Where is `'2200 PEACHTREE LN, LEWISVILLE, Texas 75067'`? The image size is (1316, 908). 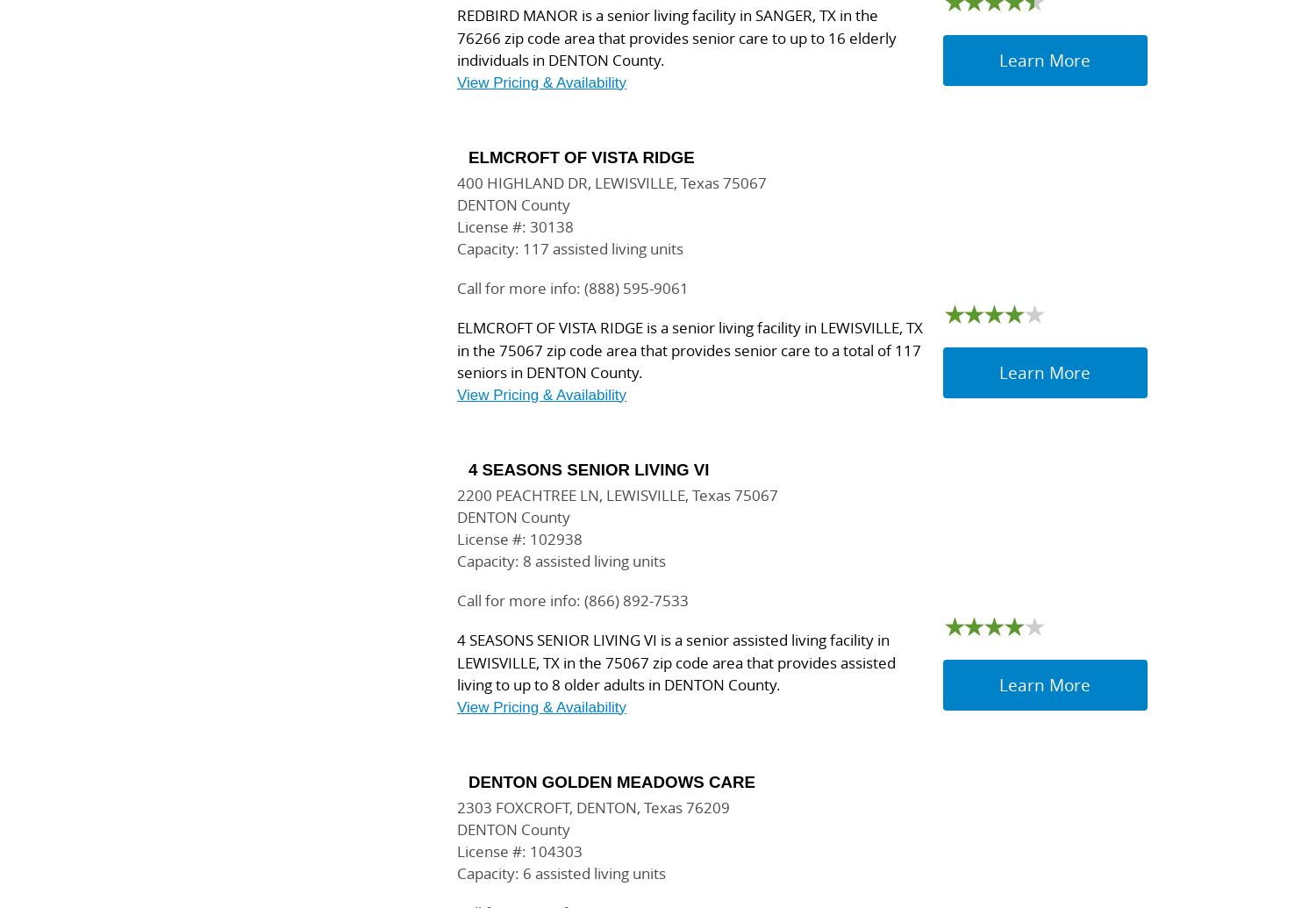
'2200 PEACHTREE LN, LEWISVILLE, Texas 75067' is located at coordinates (616, 494).